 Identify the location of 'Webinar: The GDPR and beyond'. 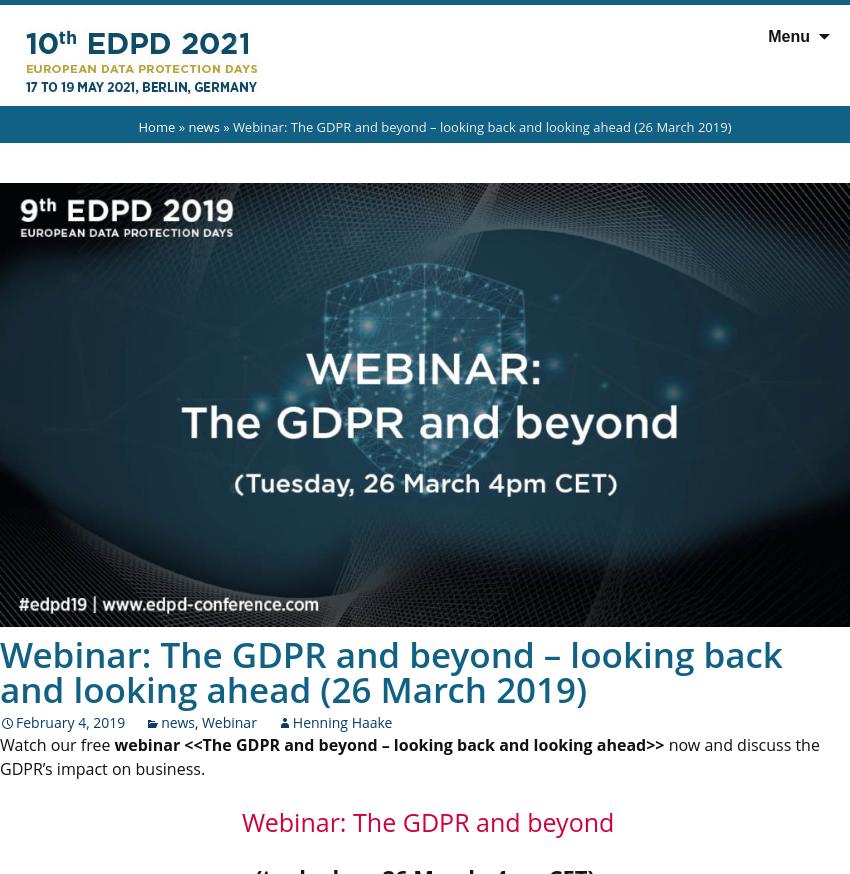
(424, 821).